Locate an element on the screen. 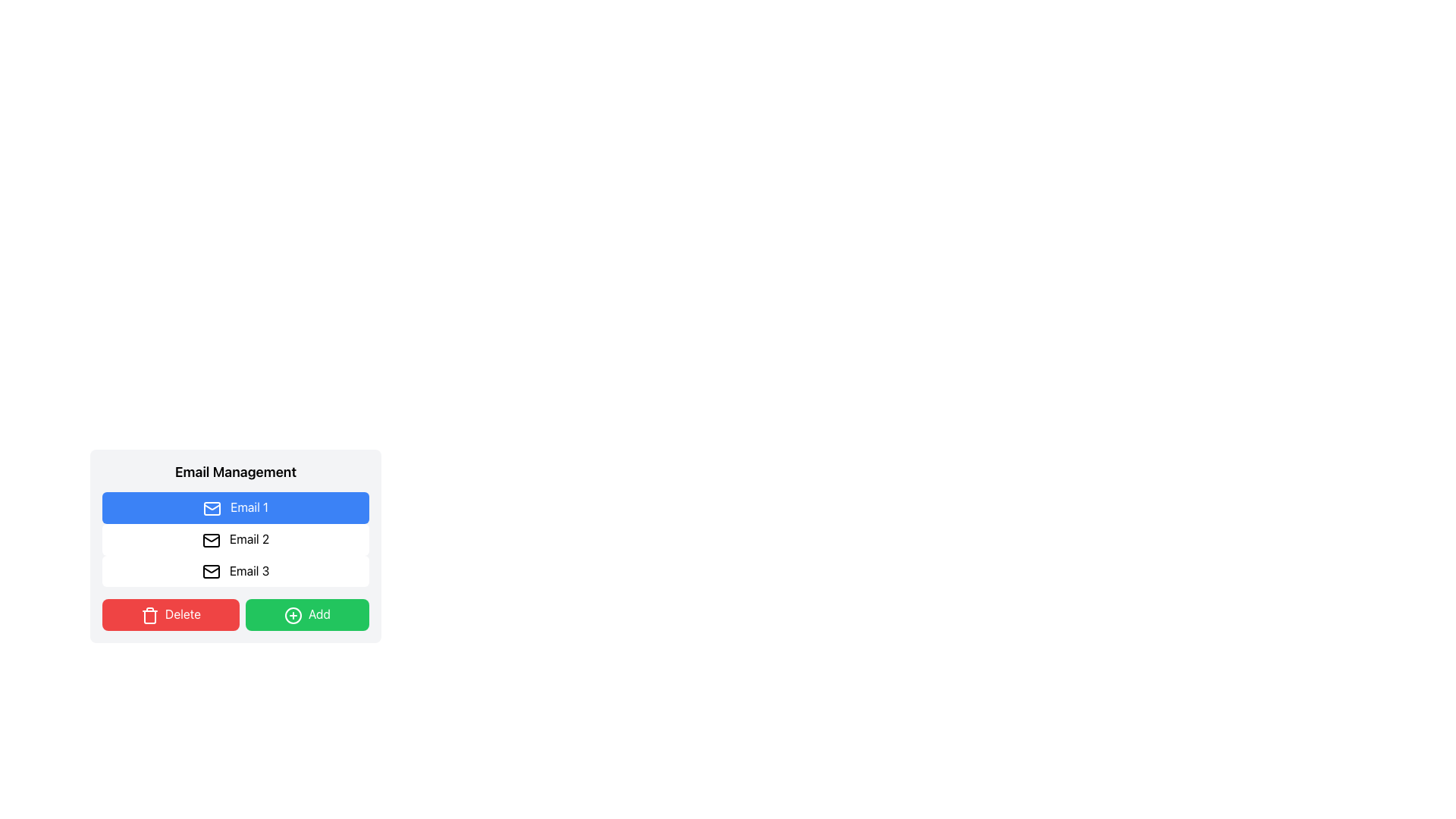 The width and height of the screenshot is (1456, 819). the 'Email 1' button located at the top of the 'Email Management' section is located at coordinates (235, 507).